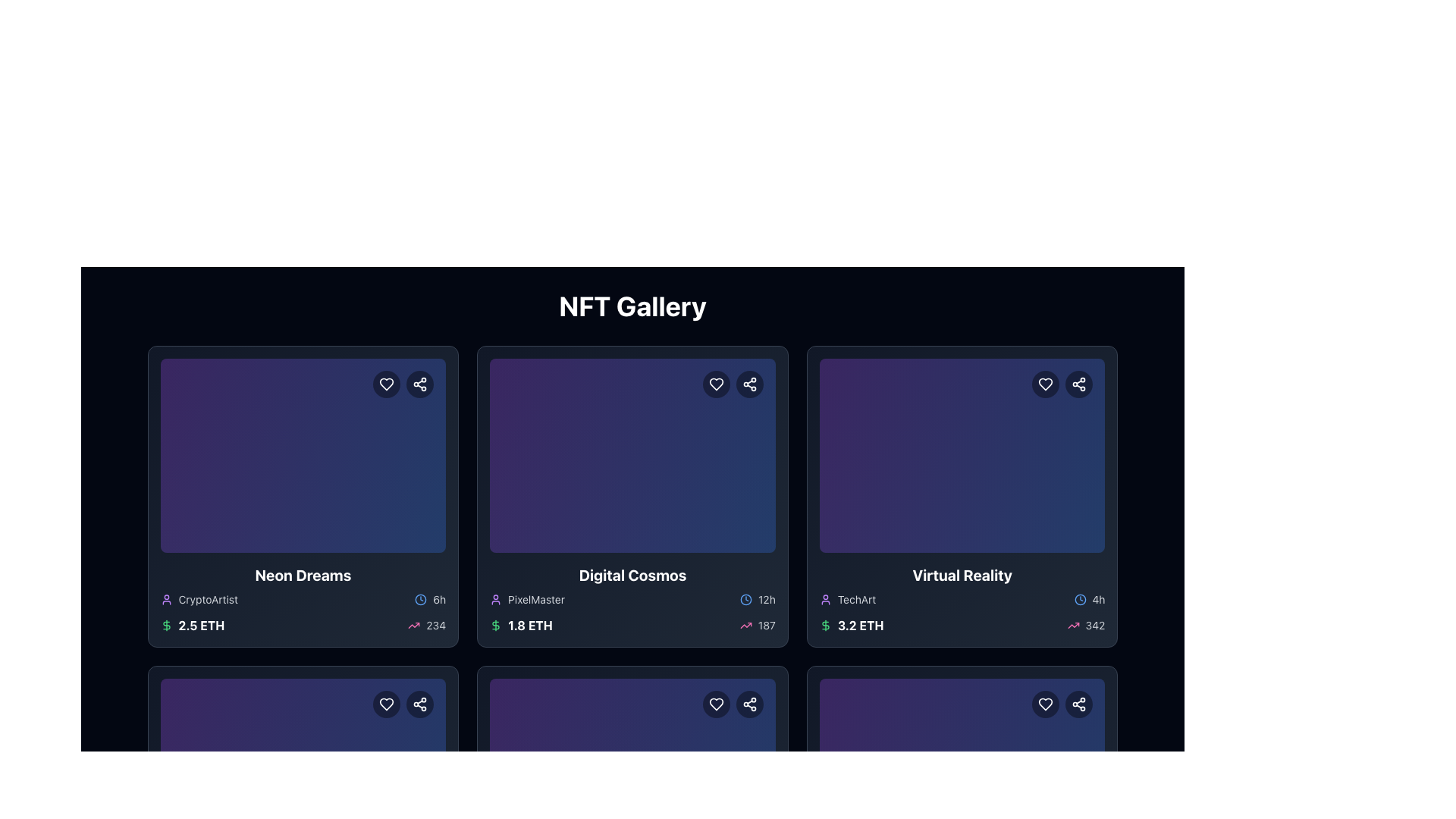  I want to click on the interactive button with a share icon located at the top-right region of the card, so click(1078, 704).